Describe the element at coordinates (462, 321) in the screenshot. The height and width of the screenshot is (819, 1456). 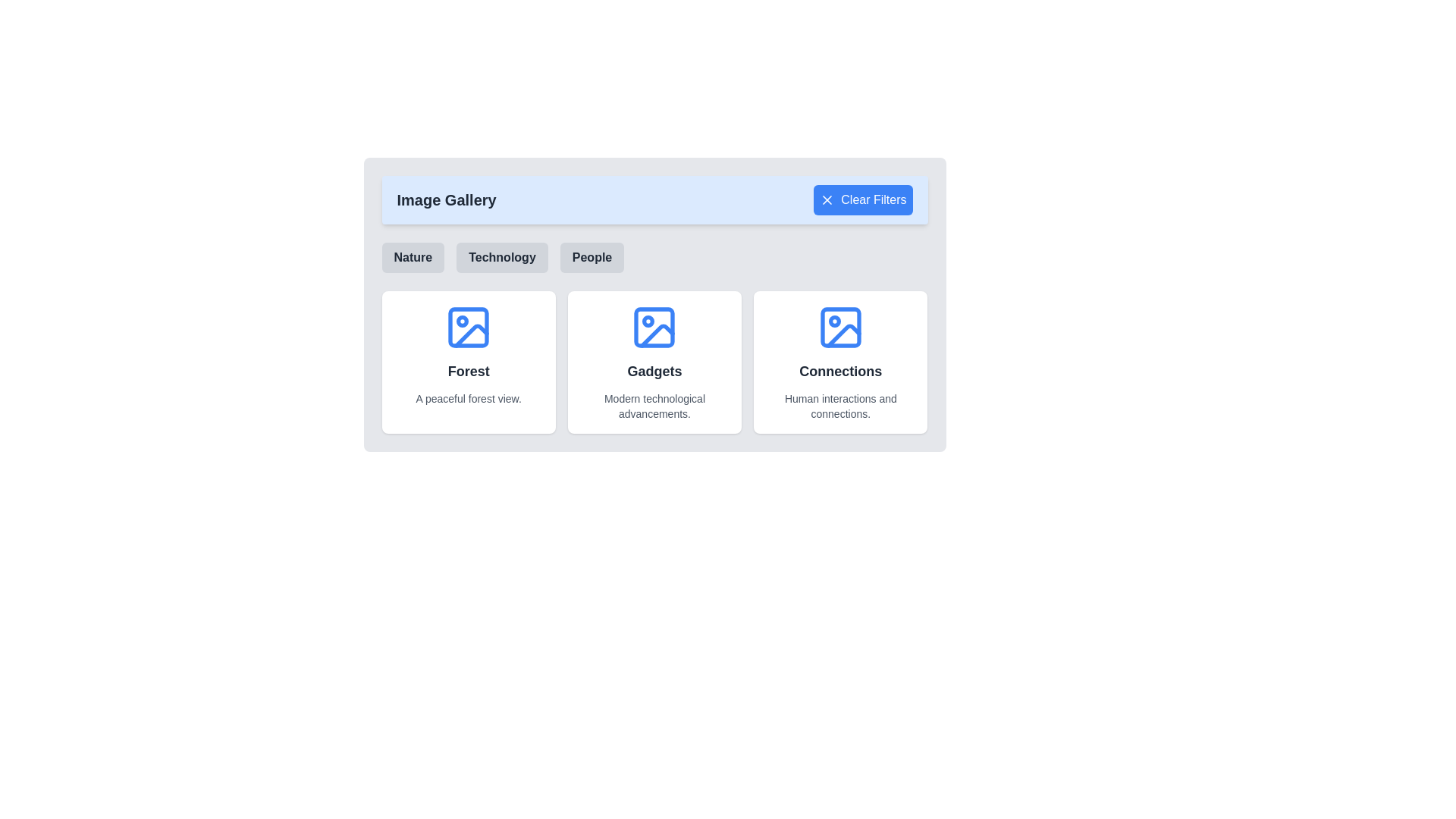
I see `the decorative SVG circle element within the 'Forest' card, located in the upper-left corner` at that location.